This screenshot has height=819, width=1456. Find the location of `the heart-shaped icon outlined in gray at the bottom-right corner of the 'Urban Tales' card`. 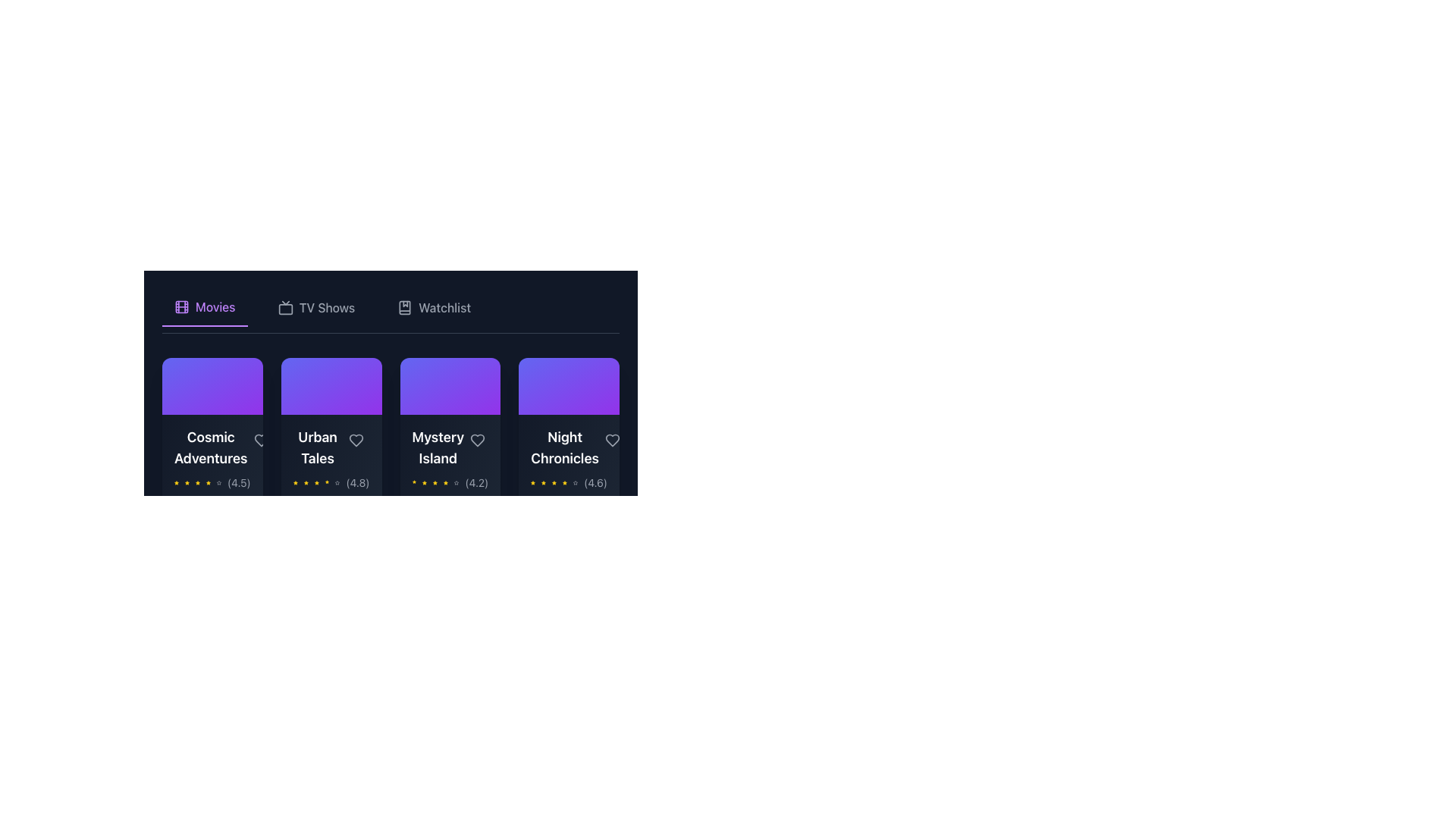

the heart-shaped icon outlined in gray at the bottom-right corner of the 'Urban Tales' card is located at coordinates (355, 440).